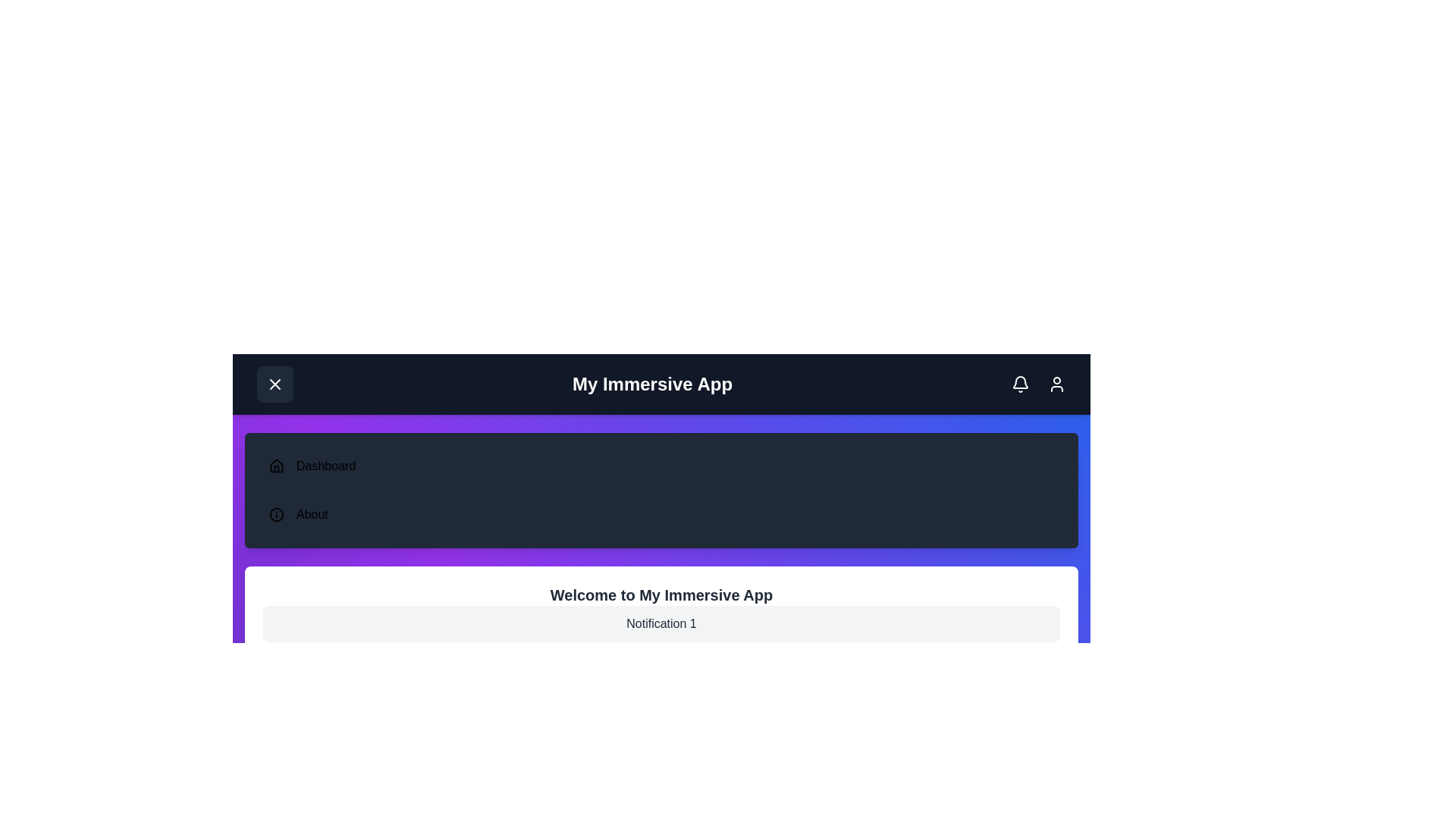  What do you see at coordinates (311, 513) in the screenshot?
I see `the 'About' menu item to navigate to the 'About' section` at bounding box center [311, 513].